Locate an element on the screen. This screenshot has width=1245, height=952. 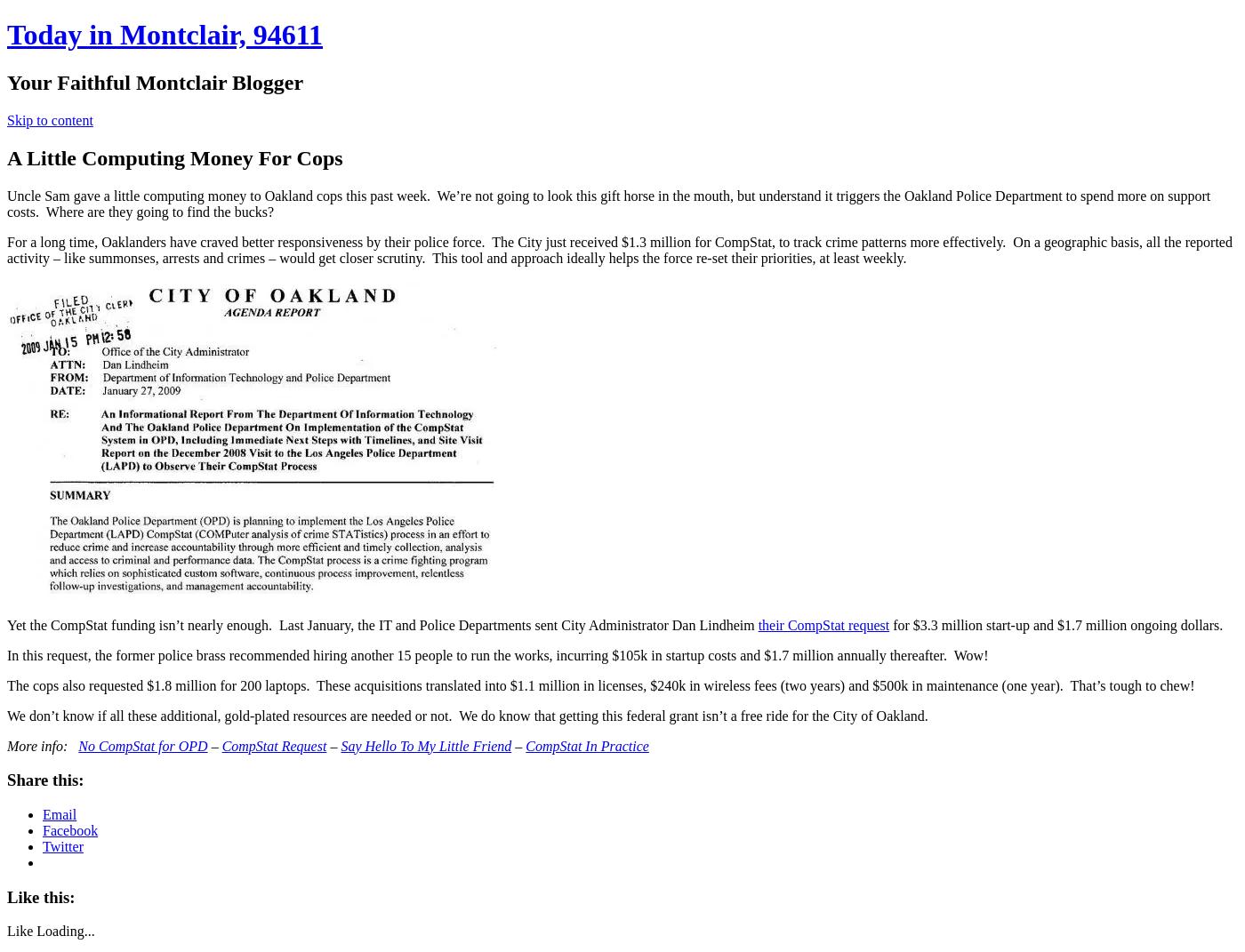
'CompStat Request' is located at coordinates (274, 744).